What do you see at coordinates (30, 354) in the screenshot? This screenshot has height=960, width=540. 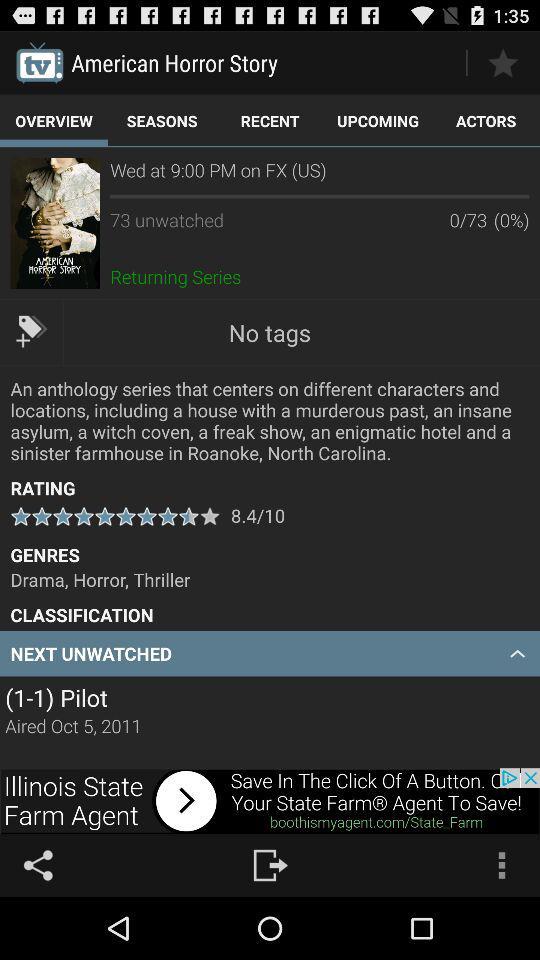 I see `the label icon` at bounding box center [30, 354].